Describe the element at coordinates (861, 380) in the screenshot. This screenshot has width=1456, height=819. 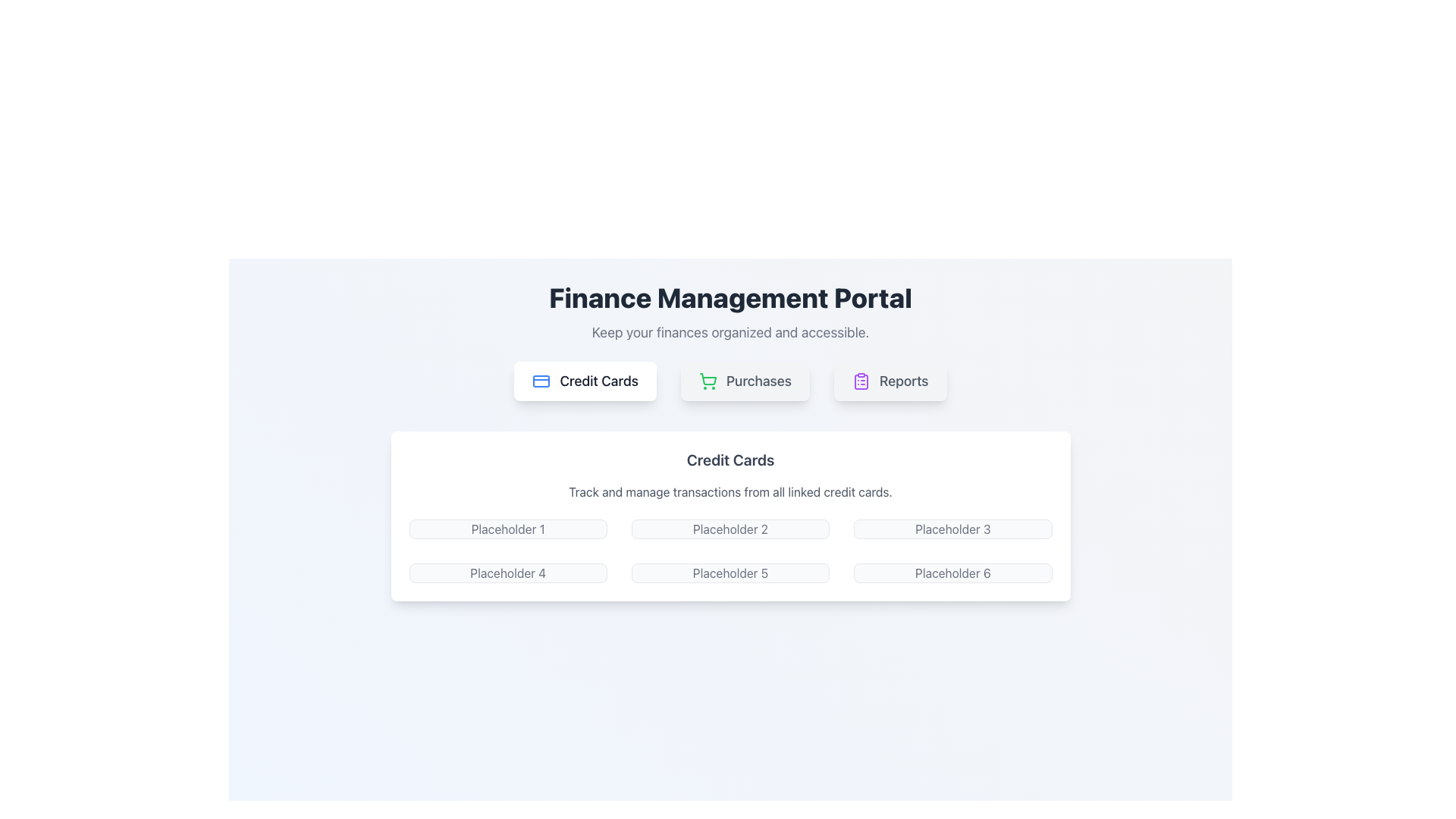
I see `the purple clipboard SVG icon located to the left of the 'Reports' text label in the Finance Management Portal` at that location.